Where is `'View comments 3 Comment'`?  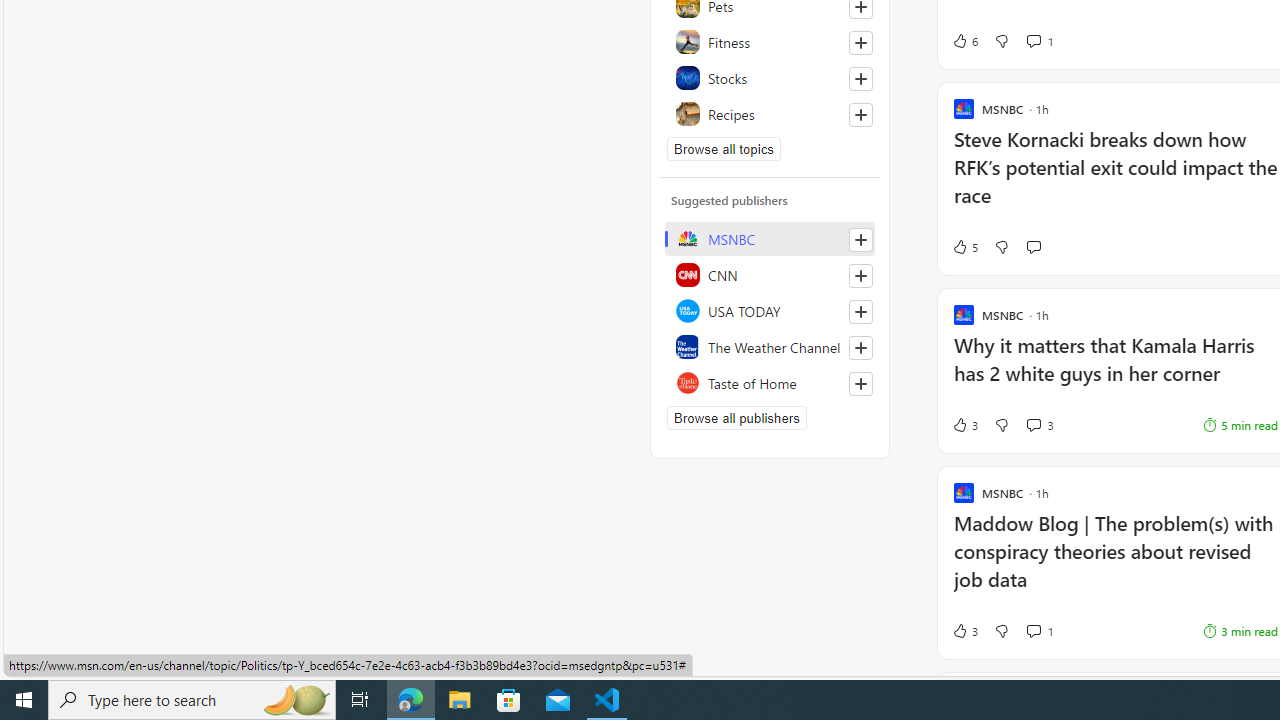 'View comments 3 Comment' is located at coordinates (1033, 423).